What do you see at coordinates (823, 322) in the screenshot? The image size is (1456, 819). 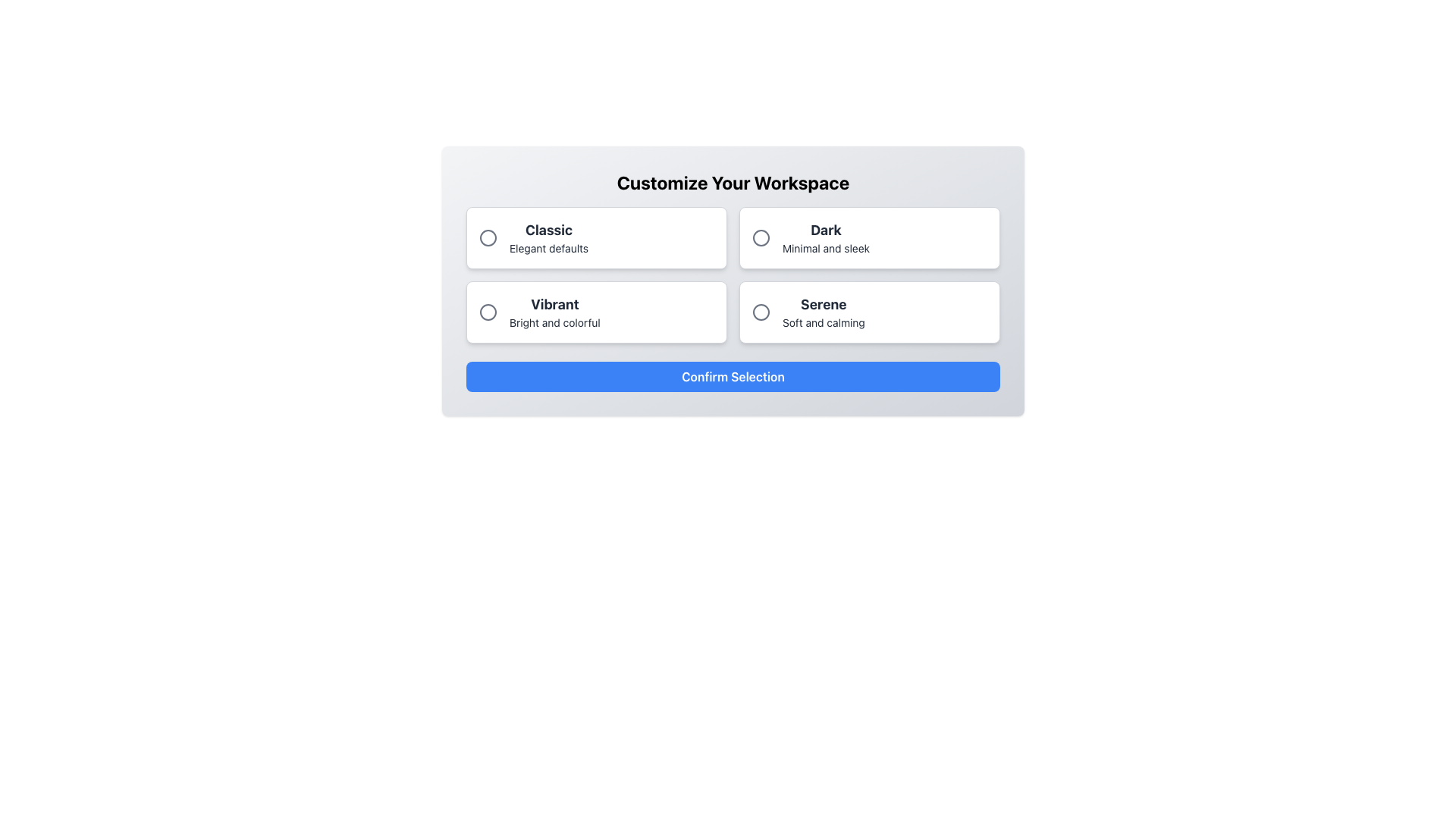 I see `the text label displaying 'Soft and calming', which is located below the bold 'Serene' label in the workspace customization options grid` at bounding box center [823, 322].